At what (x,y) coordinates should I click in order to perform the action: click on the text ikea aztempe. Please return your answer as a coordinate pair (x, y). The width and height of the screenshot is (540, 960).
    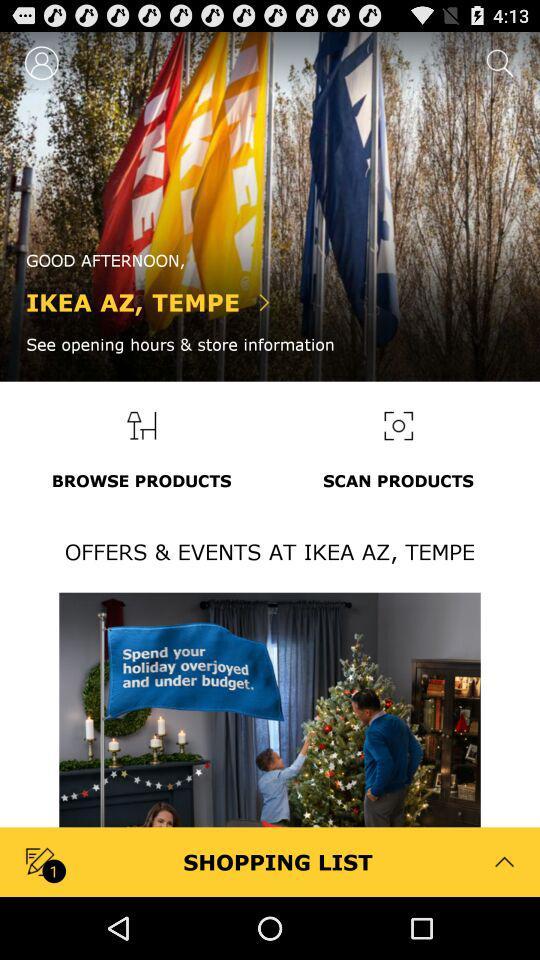
    Looking at the image, I should click on (180, 333).